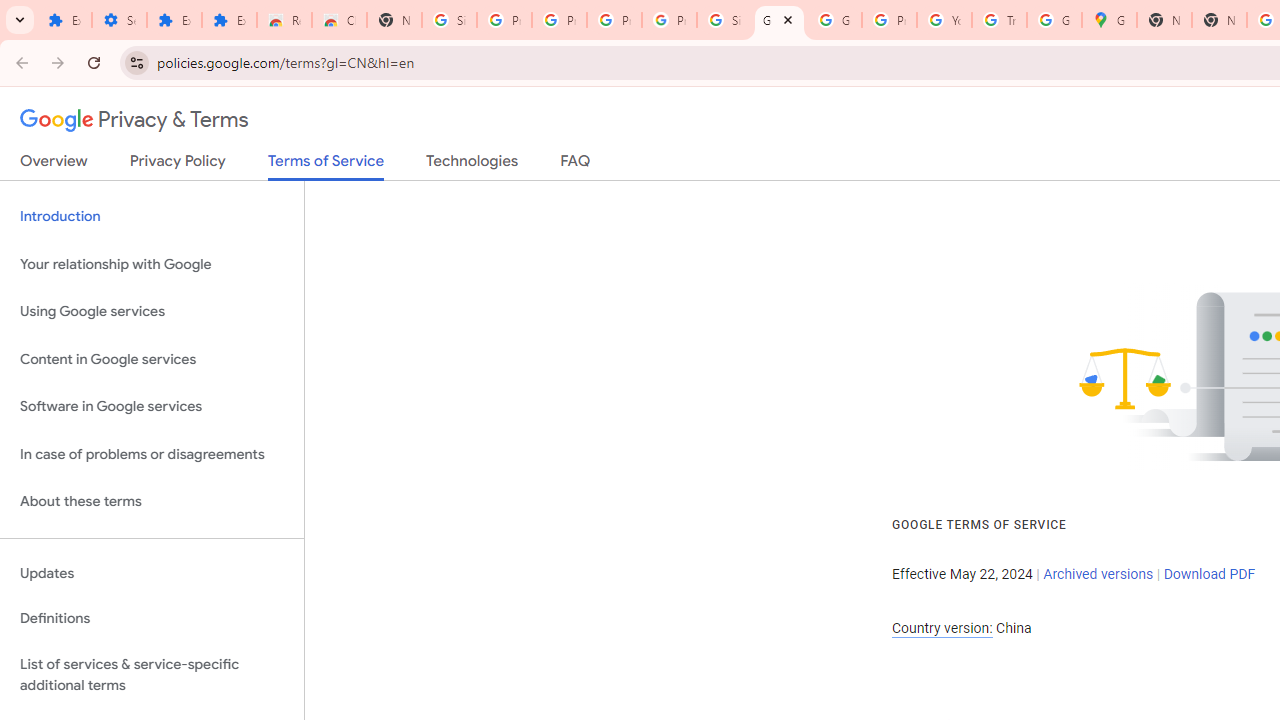 The width and height of the screenshot is (1280, 720). What do you see at coordinates (1218, 20) in the screenshot?
I see `'New Tab'` at bounding box center [1218, 20].